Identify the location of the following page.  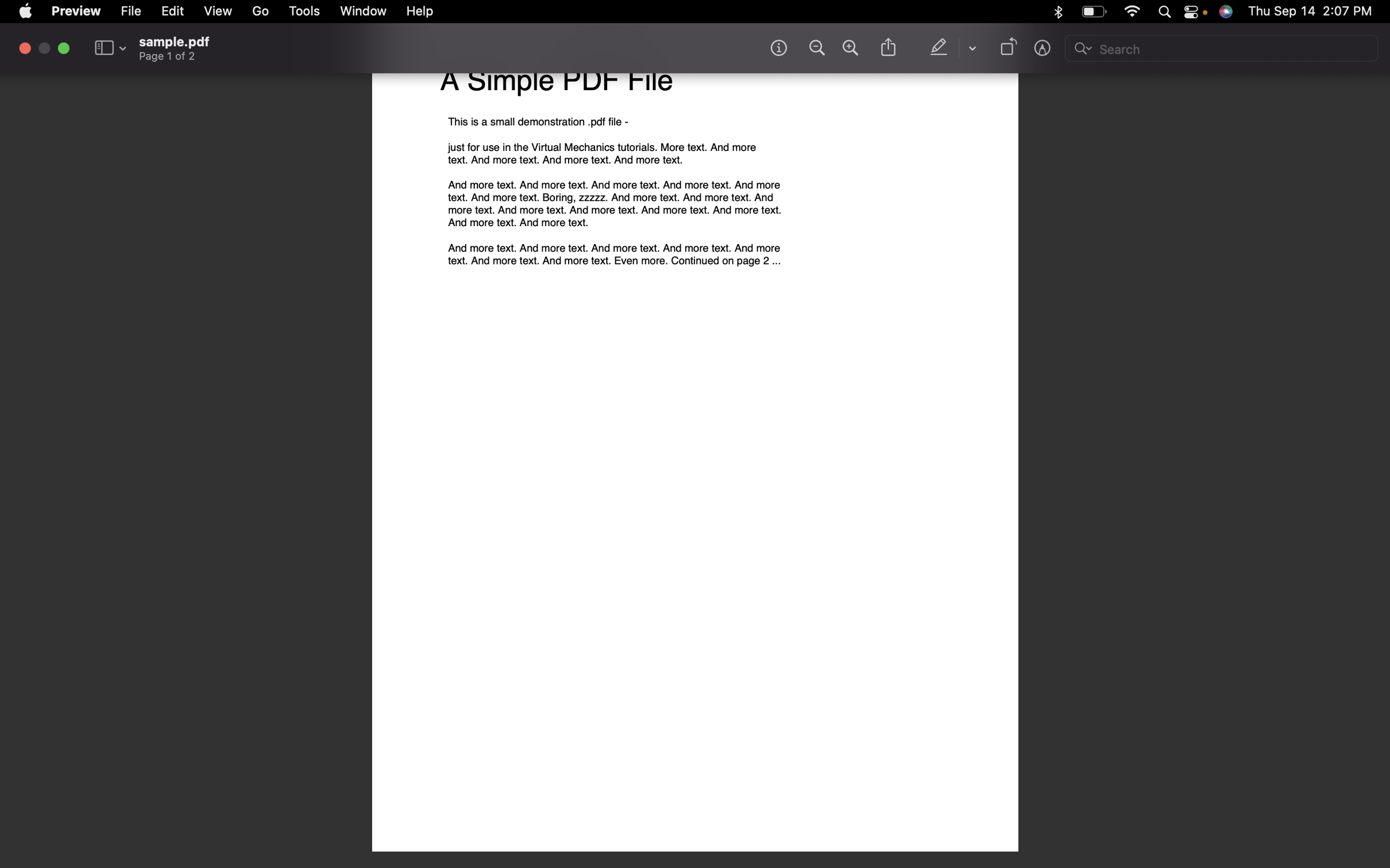
(261, 13).